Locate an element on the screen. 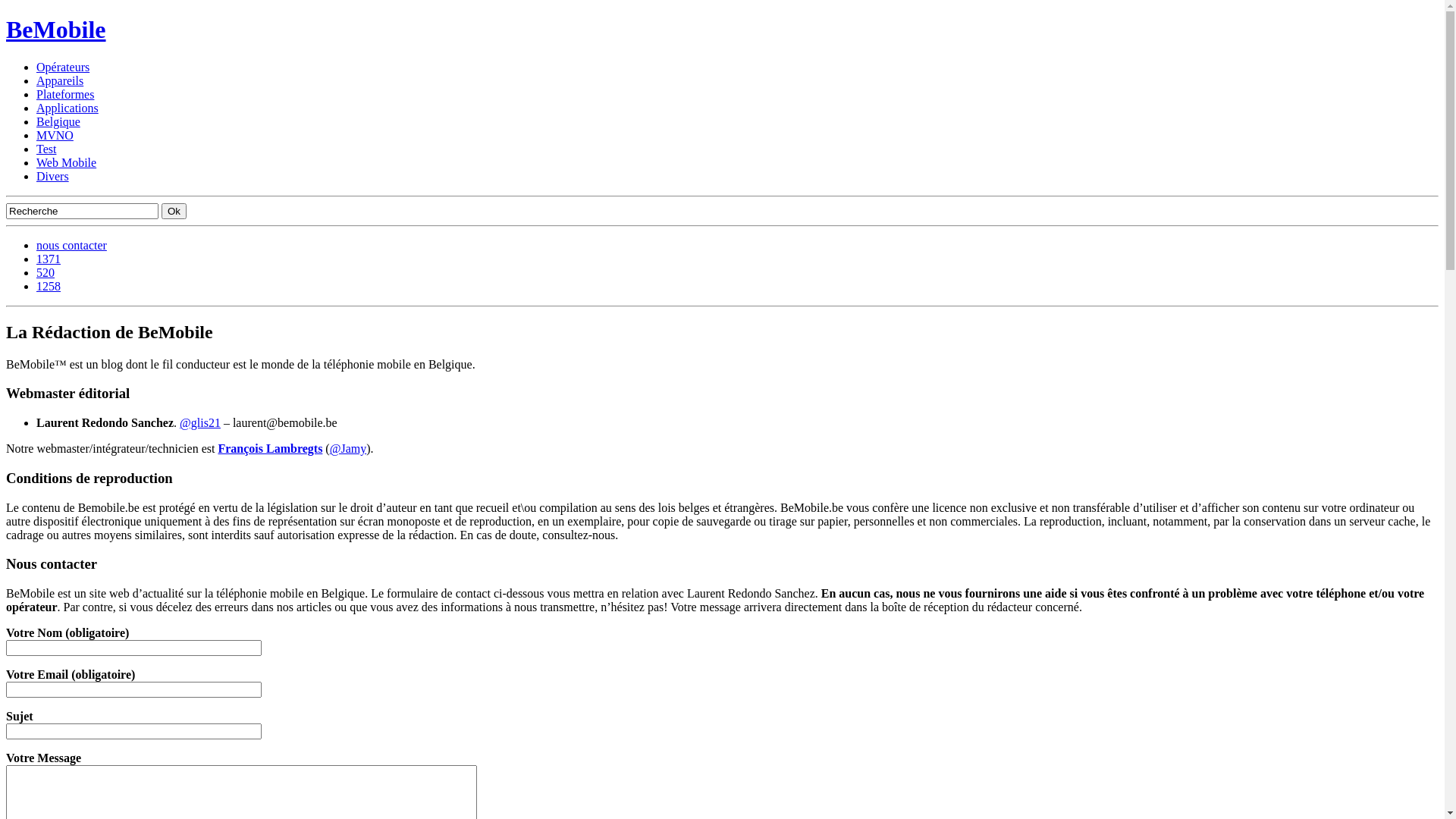 Image resolution: width=1456 pixels, height=819 pixels. 'MVNO' is located at coordinates (55, 134).